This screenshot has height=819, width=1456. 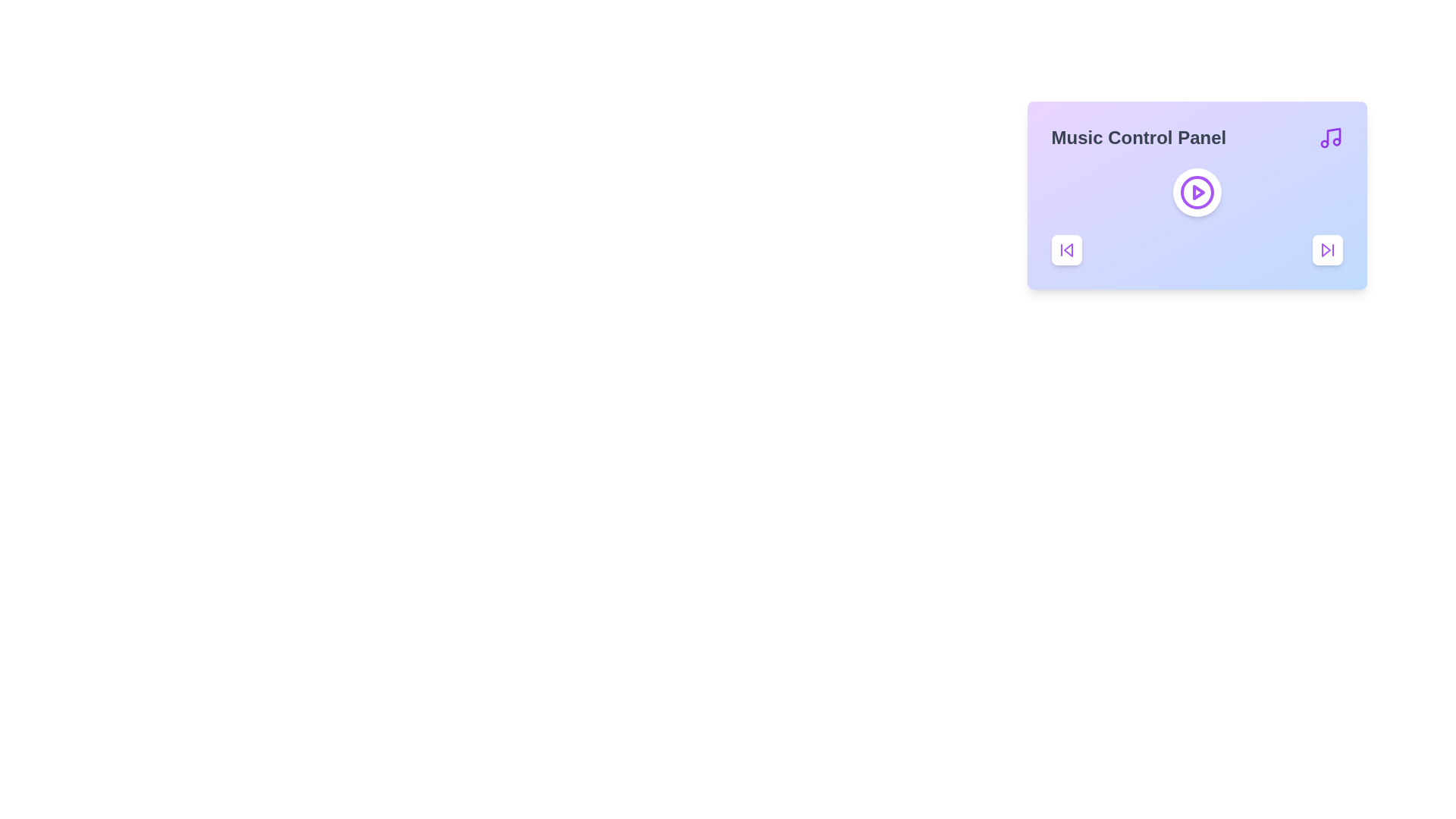 I want to click on the buttons in the Music Control Panel to change their appearance or trigger tooltips, so click(x=1196, y=195).